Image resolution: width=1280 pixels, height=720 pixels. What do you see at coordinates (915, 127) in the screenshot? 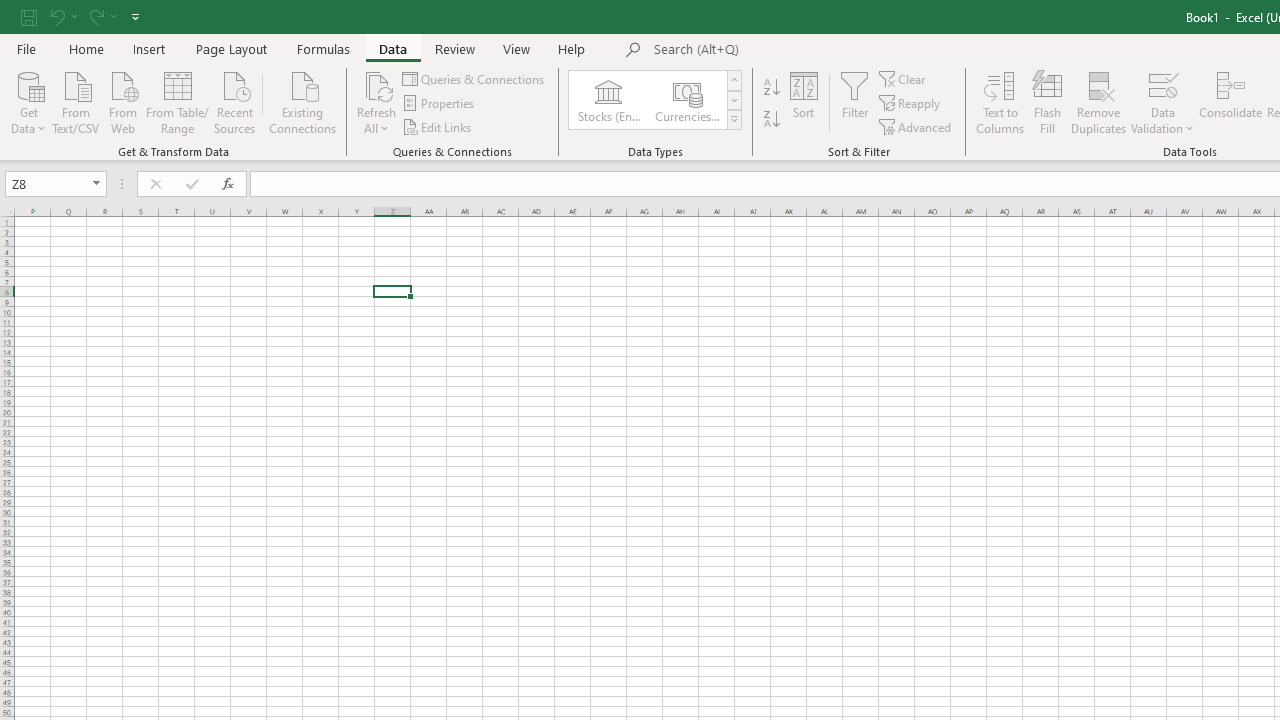
I see `'Advanced...'` at bounding box center [915, 127].